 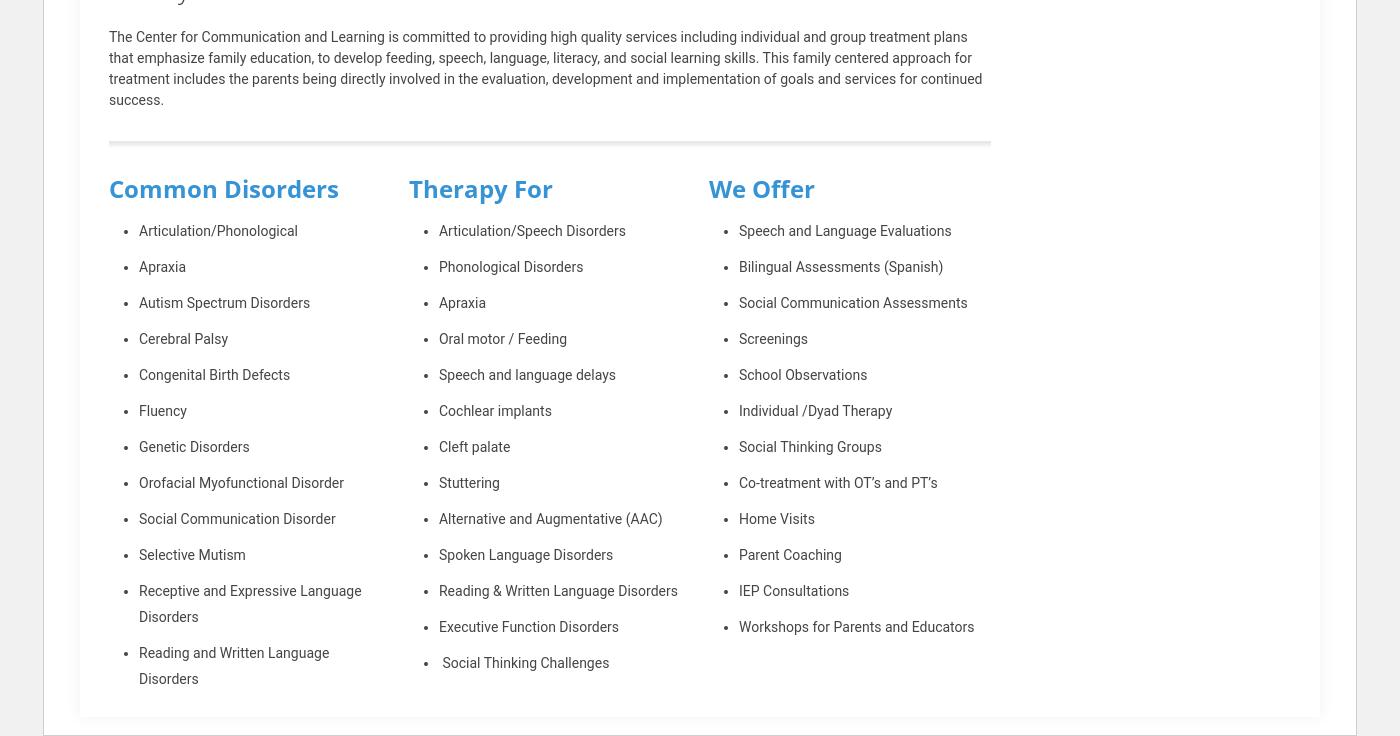 What do you see at coordinates (194, 446) in the screenshot?
I see `'Genetic Disorders'` at bounding box center [194, 446].